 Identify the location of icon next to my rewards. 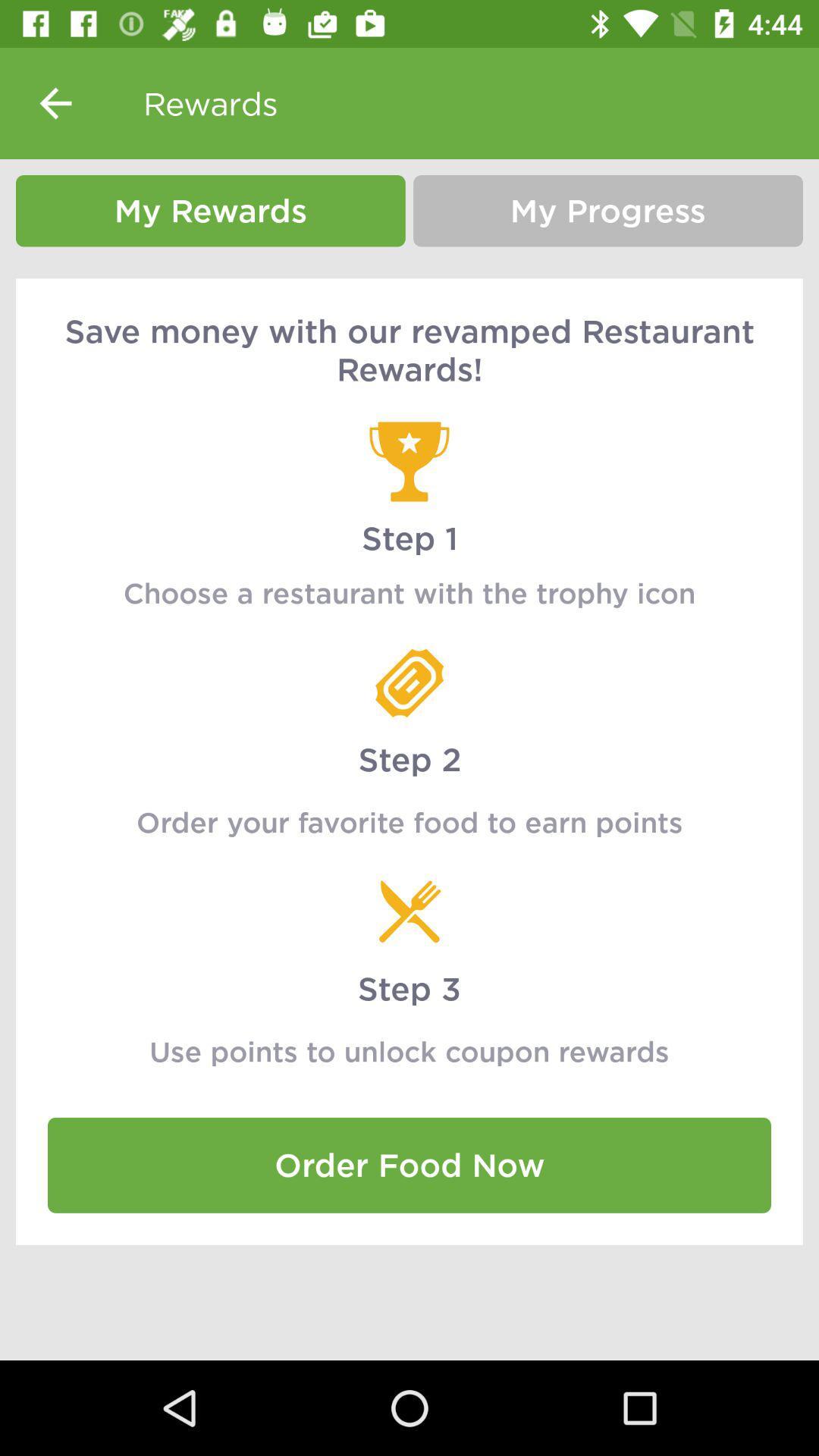
(607, 210).